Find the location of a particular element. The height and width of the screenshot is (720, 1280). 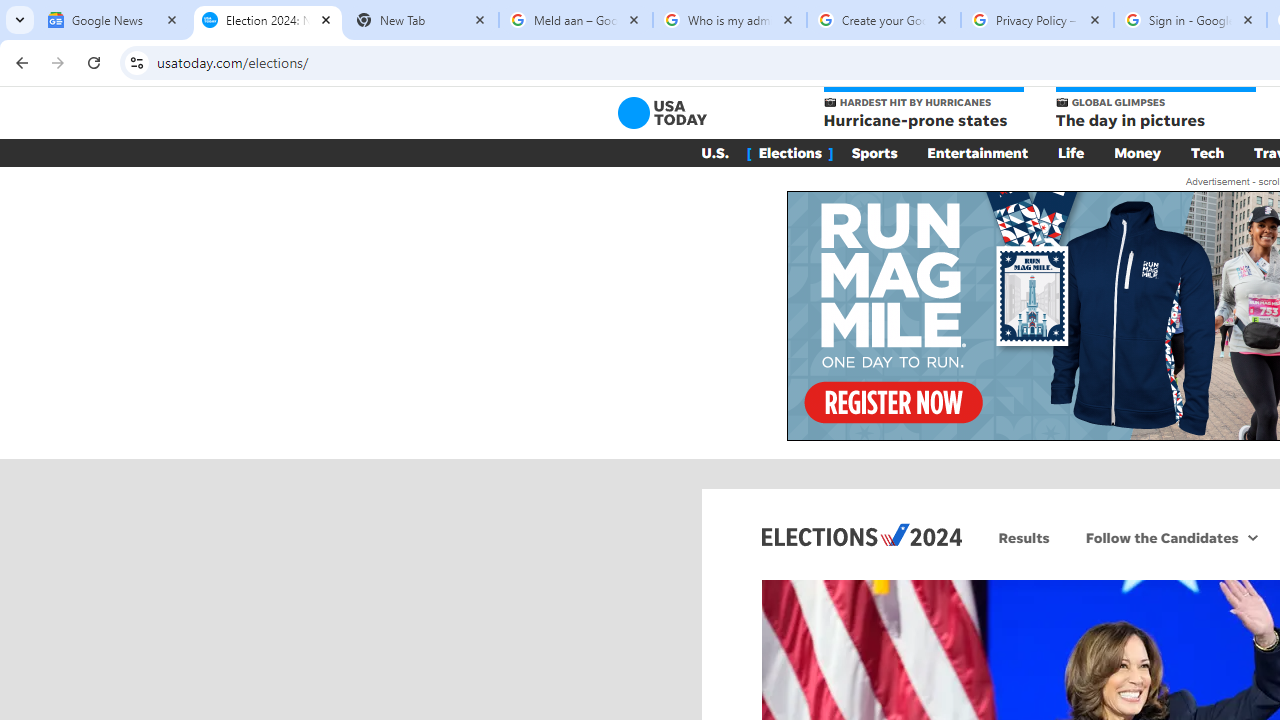

'New Tab' is located at coordinates (420, 20).